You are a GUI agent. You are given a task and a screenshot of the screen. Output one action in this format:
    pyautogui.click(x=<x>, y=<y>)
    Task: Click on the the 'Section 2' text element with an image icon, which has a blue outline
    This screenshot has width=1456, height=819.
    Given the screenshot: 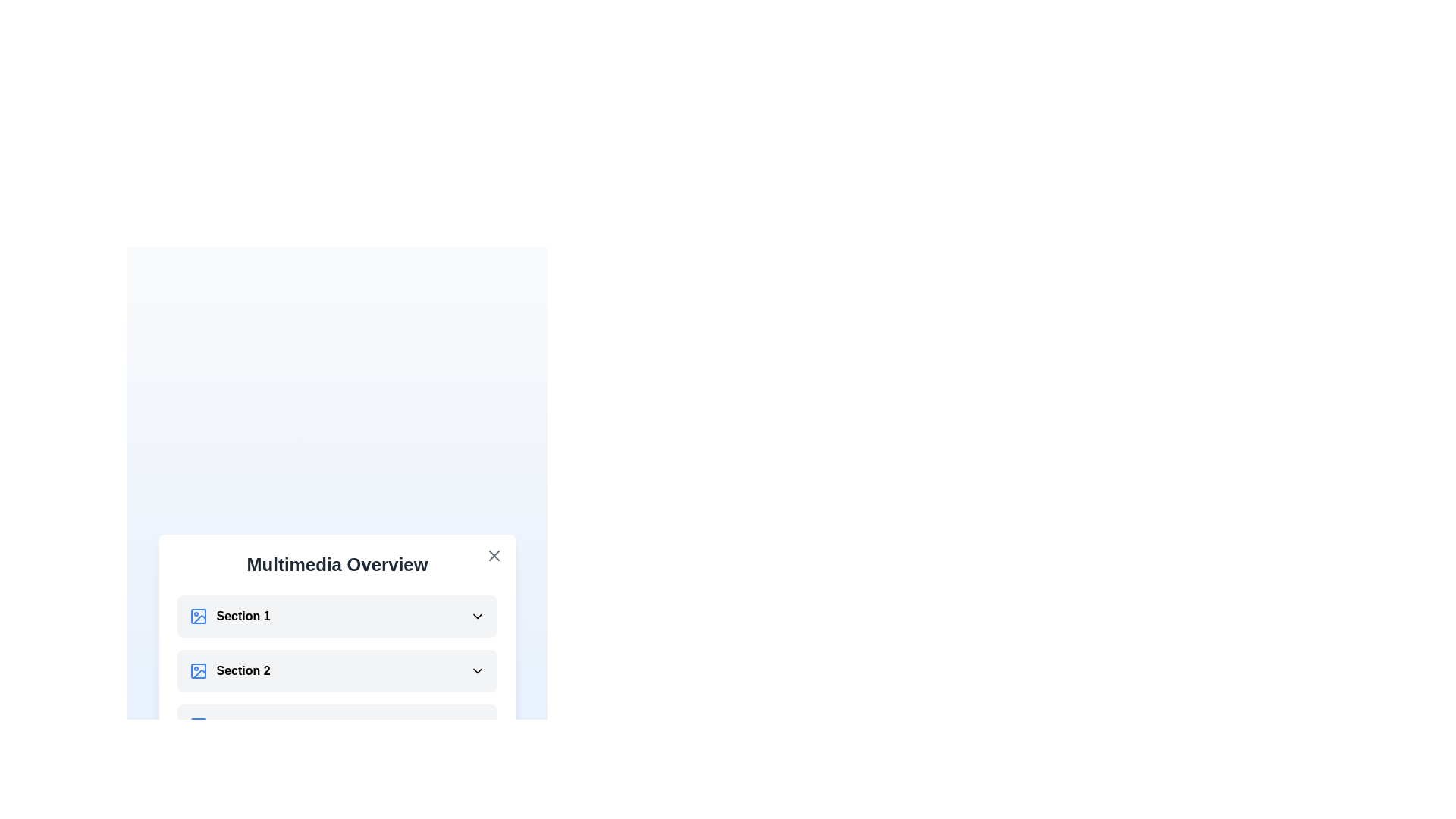 What is the action you would take?
    pyautogui.click(x=229, y=670)
    